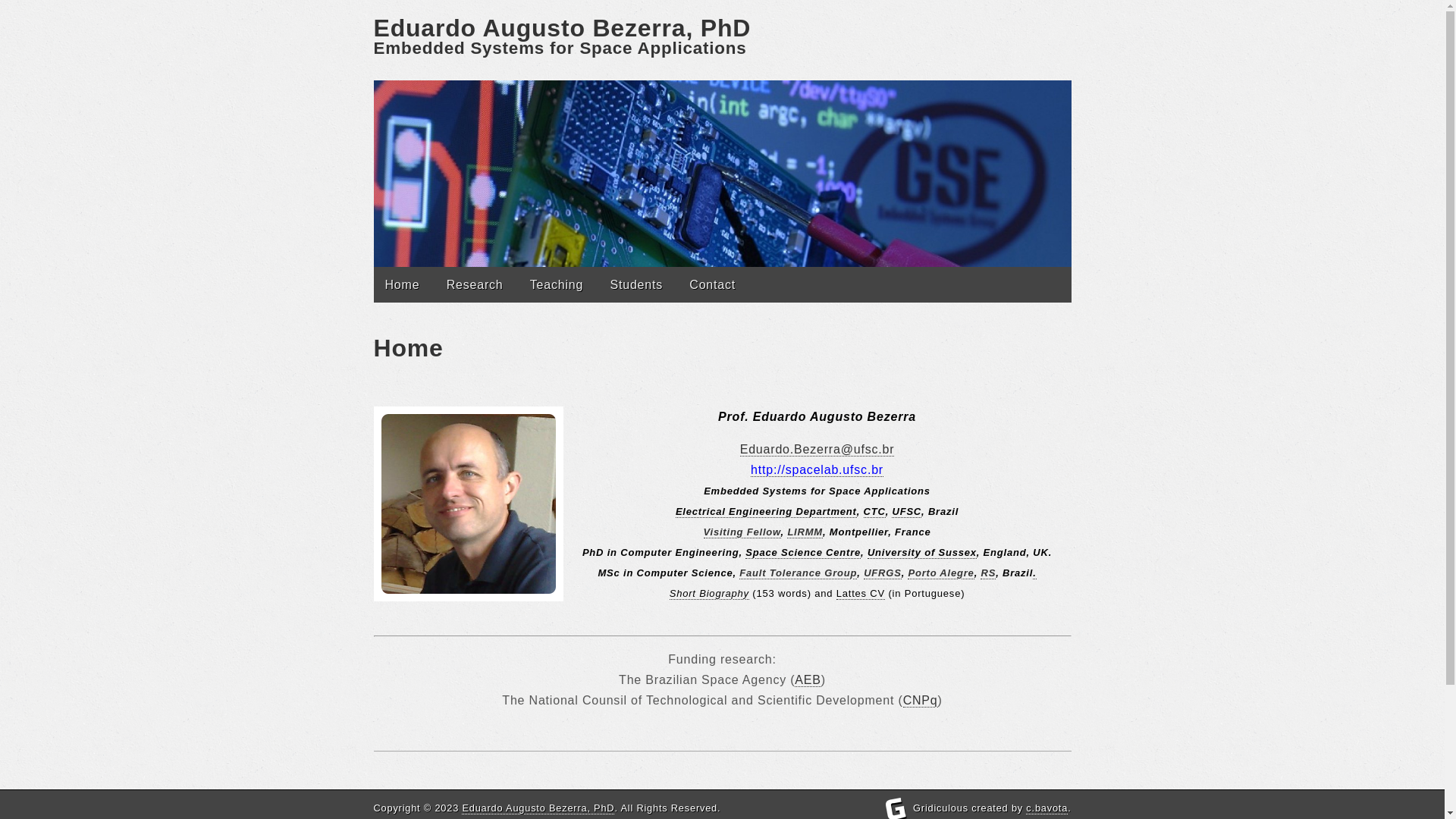 Image resolution: width=1456 pixels, height=819 pixels. What do you see at coordinates (902, 701) in the screenshot?
I see `'CNPq'` at bounding box center [902, 701].